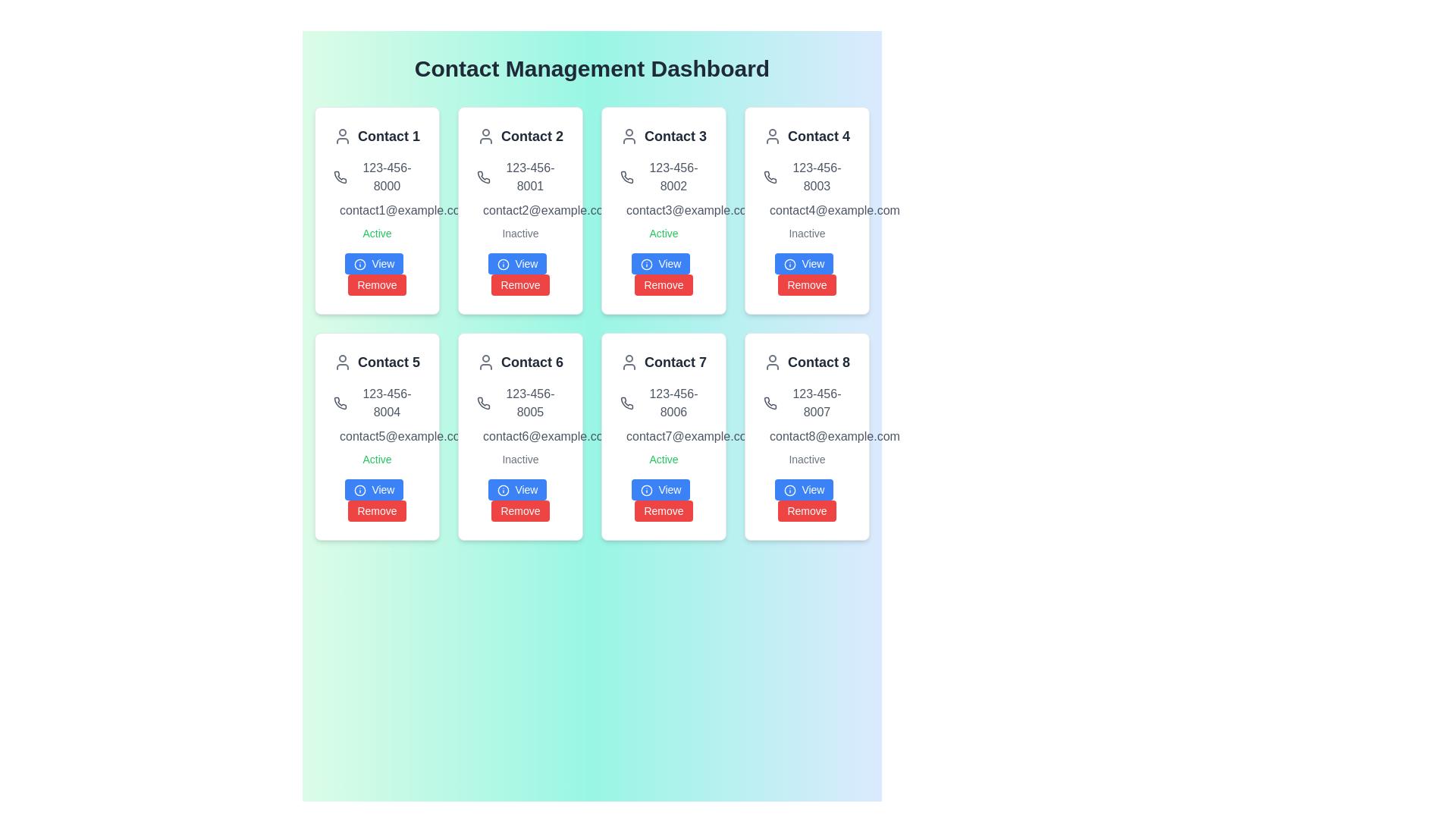 This screenshot has width=1456, height=819. Describe the element at coordinates (377, 210) in the screenshot. I see `the email address text label 'contact1@example.com' located below the phone number in the contact card labeled 'Contact 1'` at that location.